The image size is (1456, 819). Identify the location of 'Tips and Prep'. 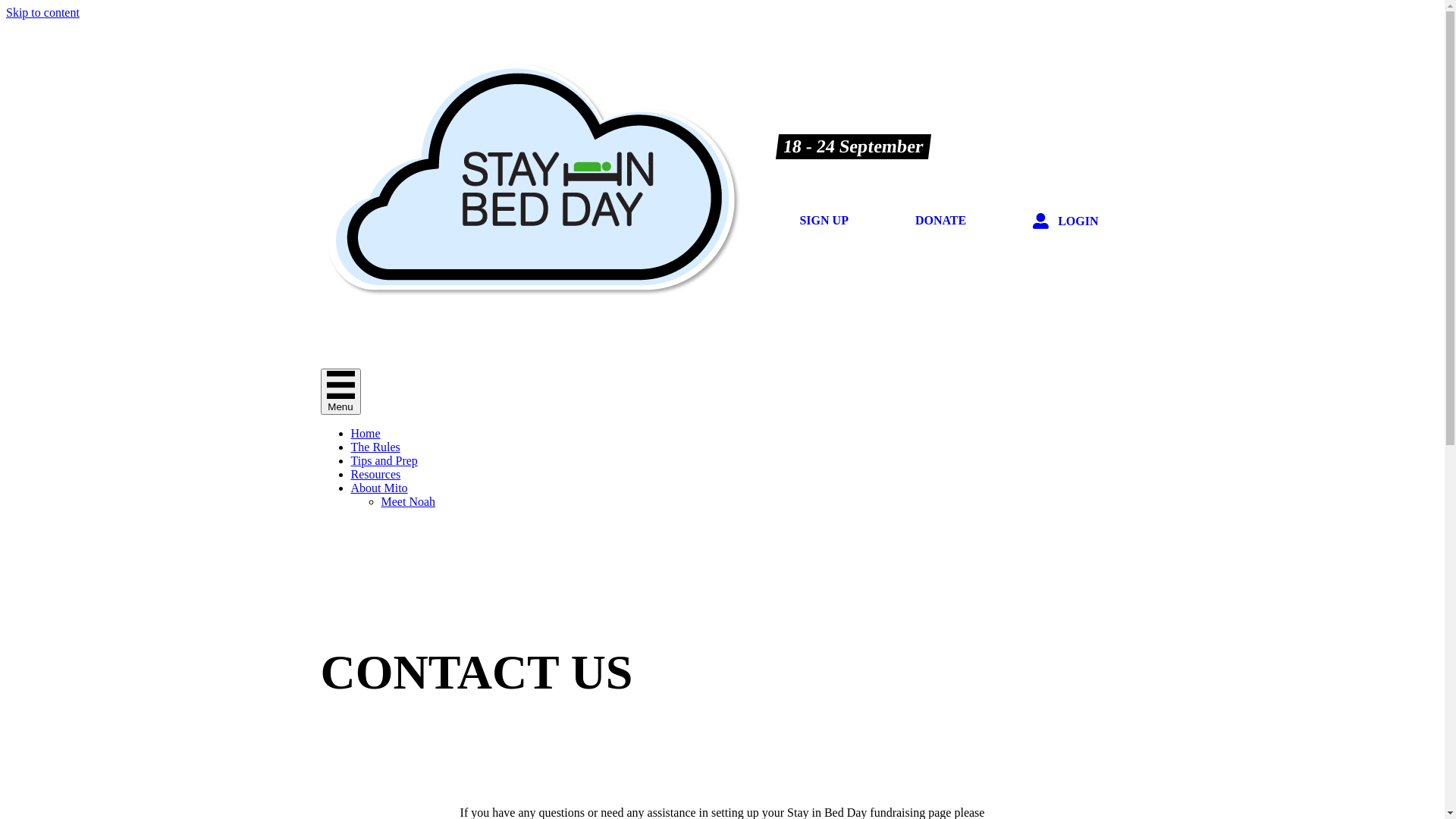
(383, 460).